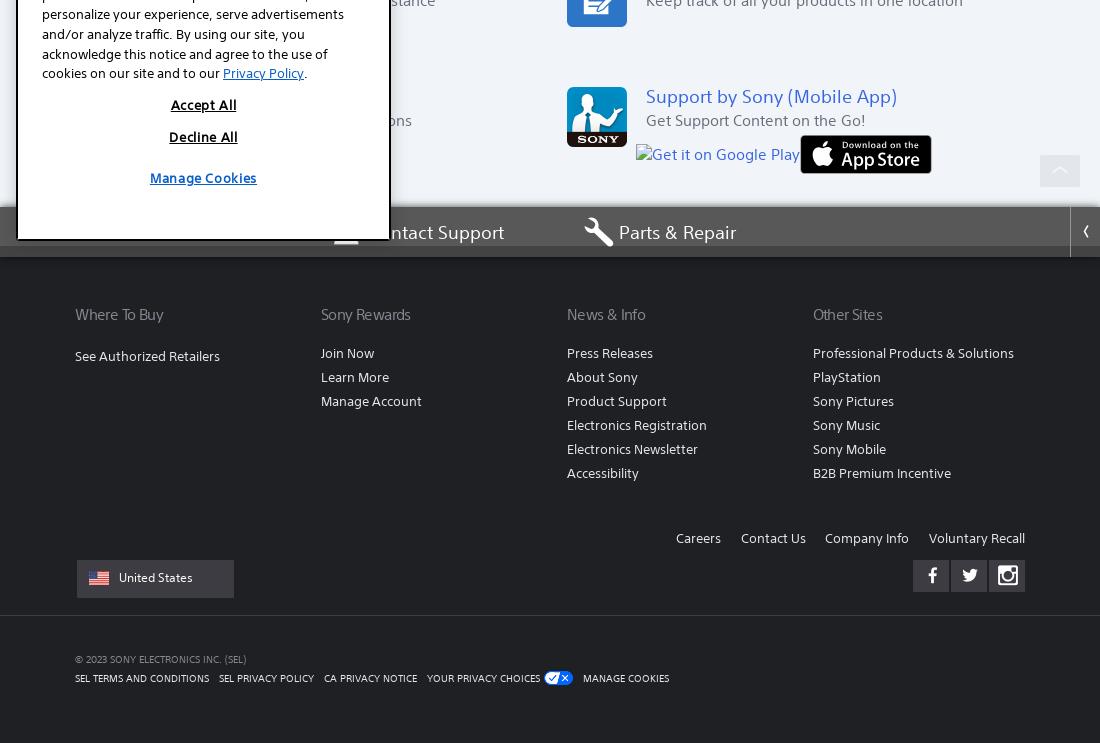 This screenshot has height=743, width=1100. Describe the element at coordinates (675, 538) in the screenshot. I see `'Careers'` at that location.